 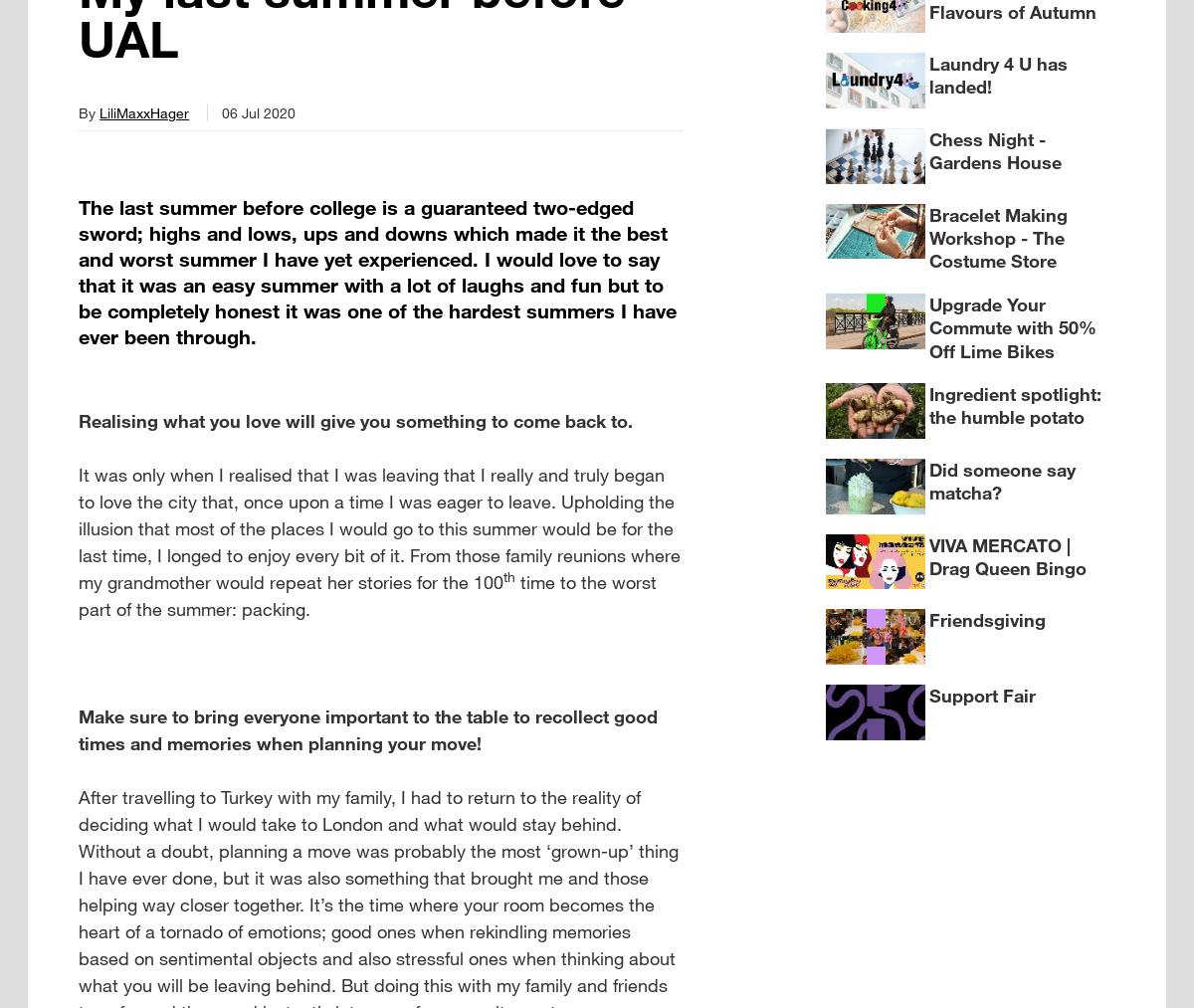 What do you see at coordinates (89, 111) in the screenshot?
I see `'By'` at bounding box center [89, 111].